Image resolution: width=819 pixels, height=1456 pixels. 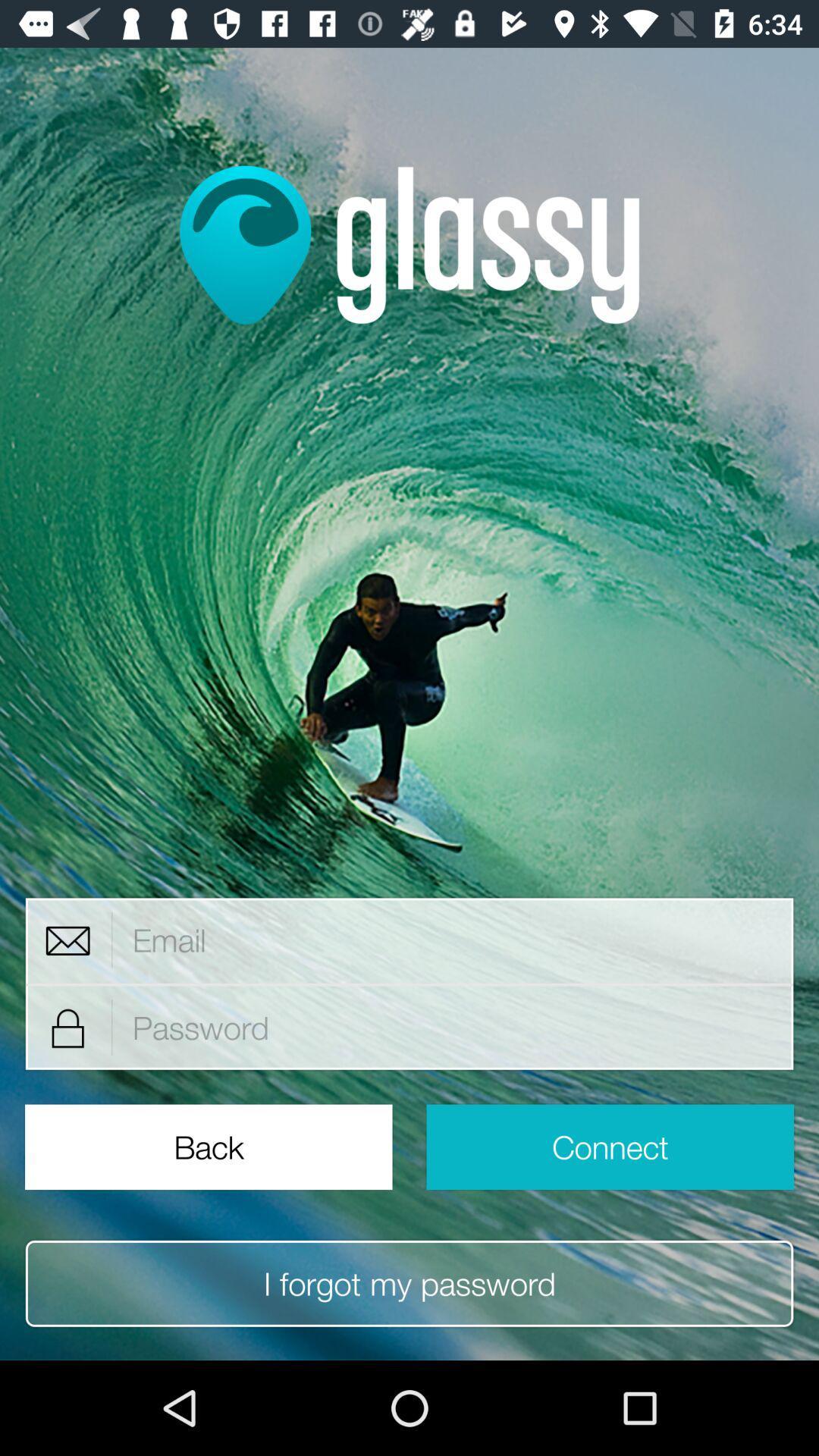 What do you see at coordinates (409, 1282) in the screenshot?
I see `i forgot my` at bounding box center [409, 1282].